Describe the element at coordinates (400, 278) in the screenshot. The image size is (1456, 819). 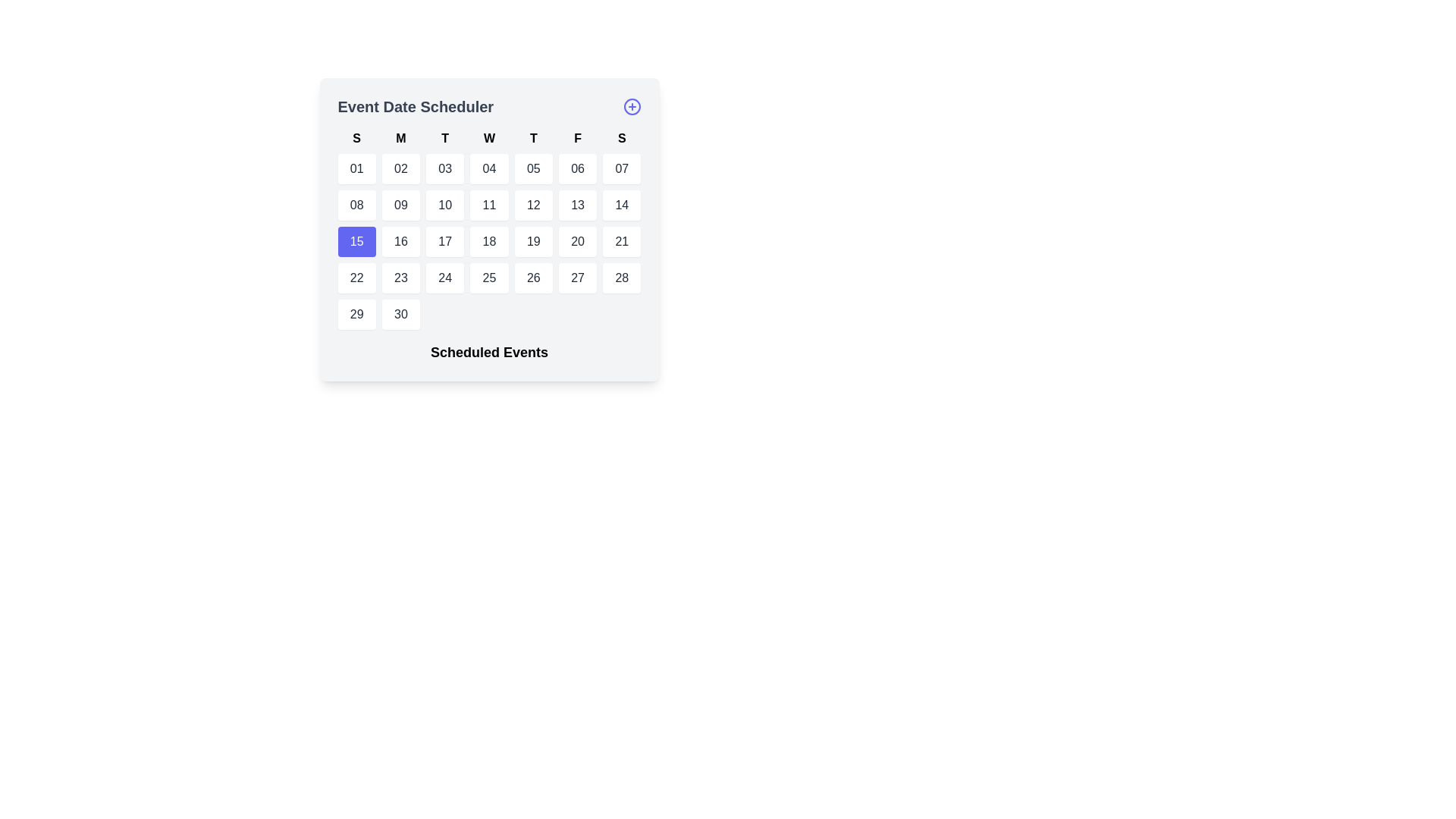
I see `the date selection button located in the sixth row and fourth column of the calendar grid` at that location.